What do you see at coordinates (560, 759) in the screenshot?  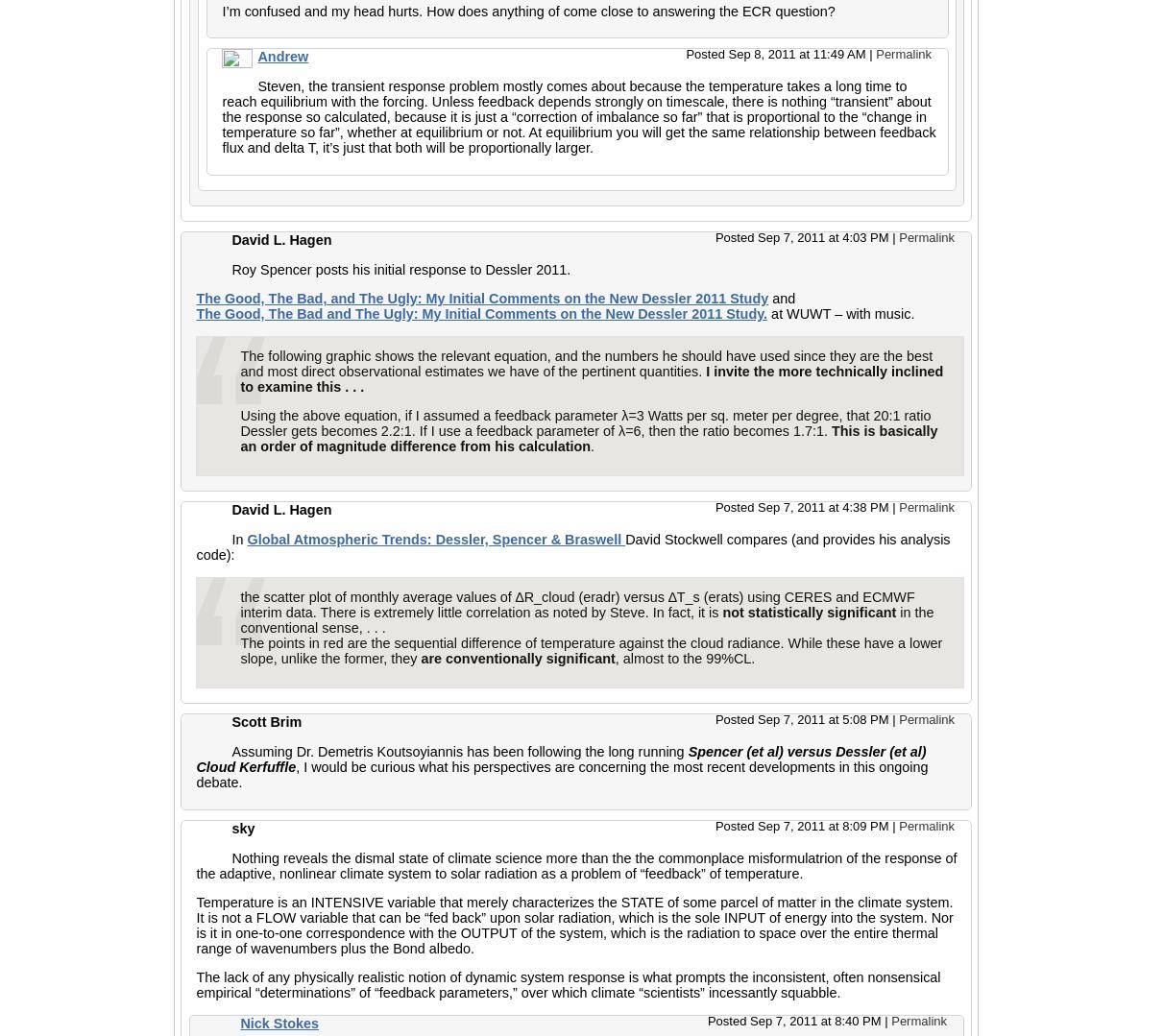 I see `'Spencer (et al) versus Dessler (et al) Cloud Kerfuffle'` at bounding box center [560, 759].